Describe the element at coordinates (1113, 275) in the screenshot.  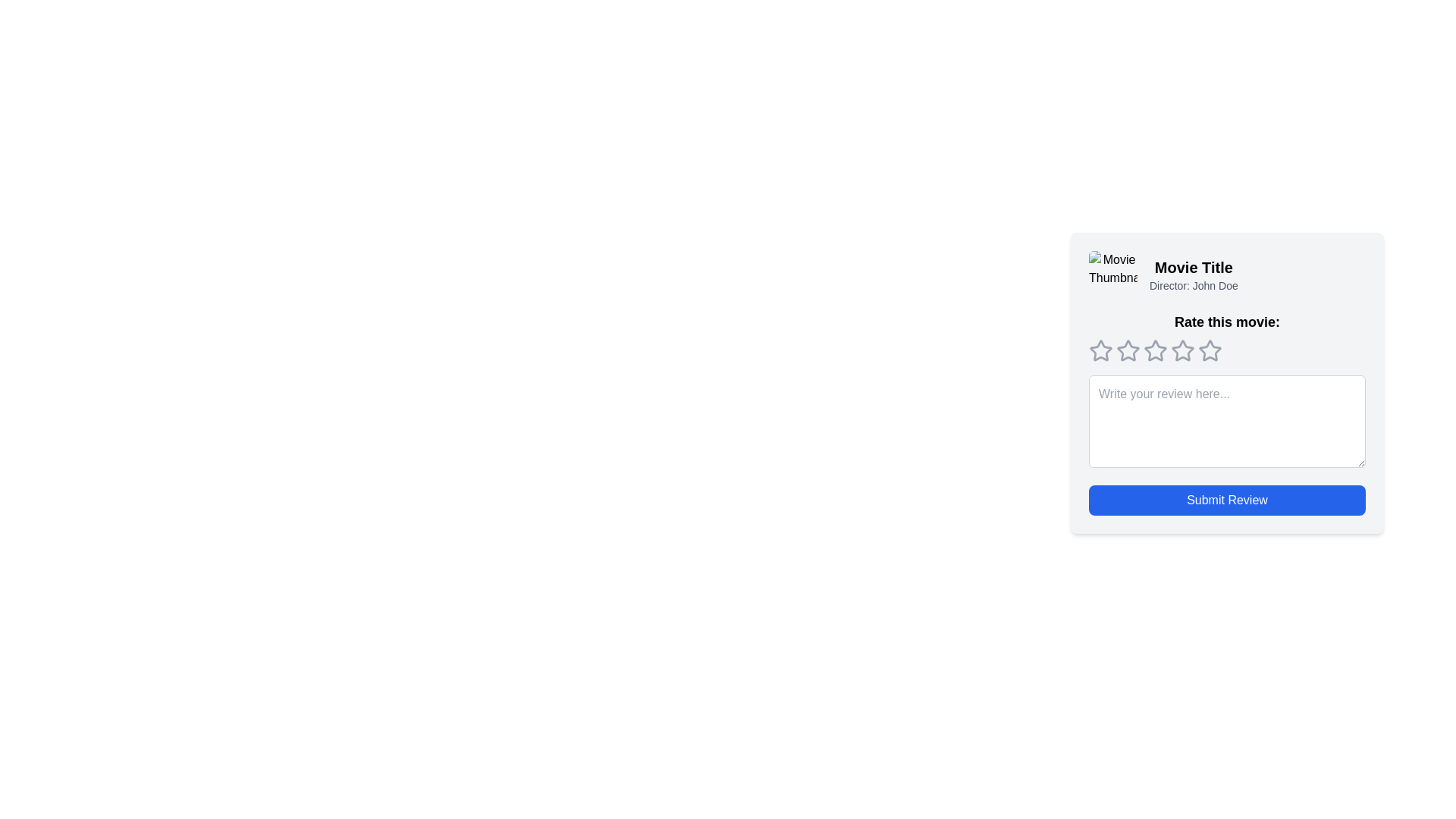
I see `the square-shaped thumbnail image with rounded corners labeled 'Movie Thumbnail'` at that location.